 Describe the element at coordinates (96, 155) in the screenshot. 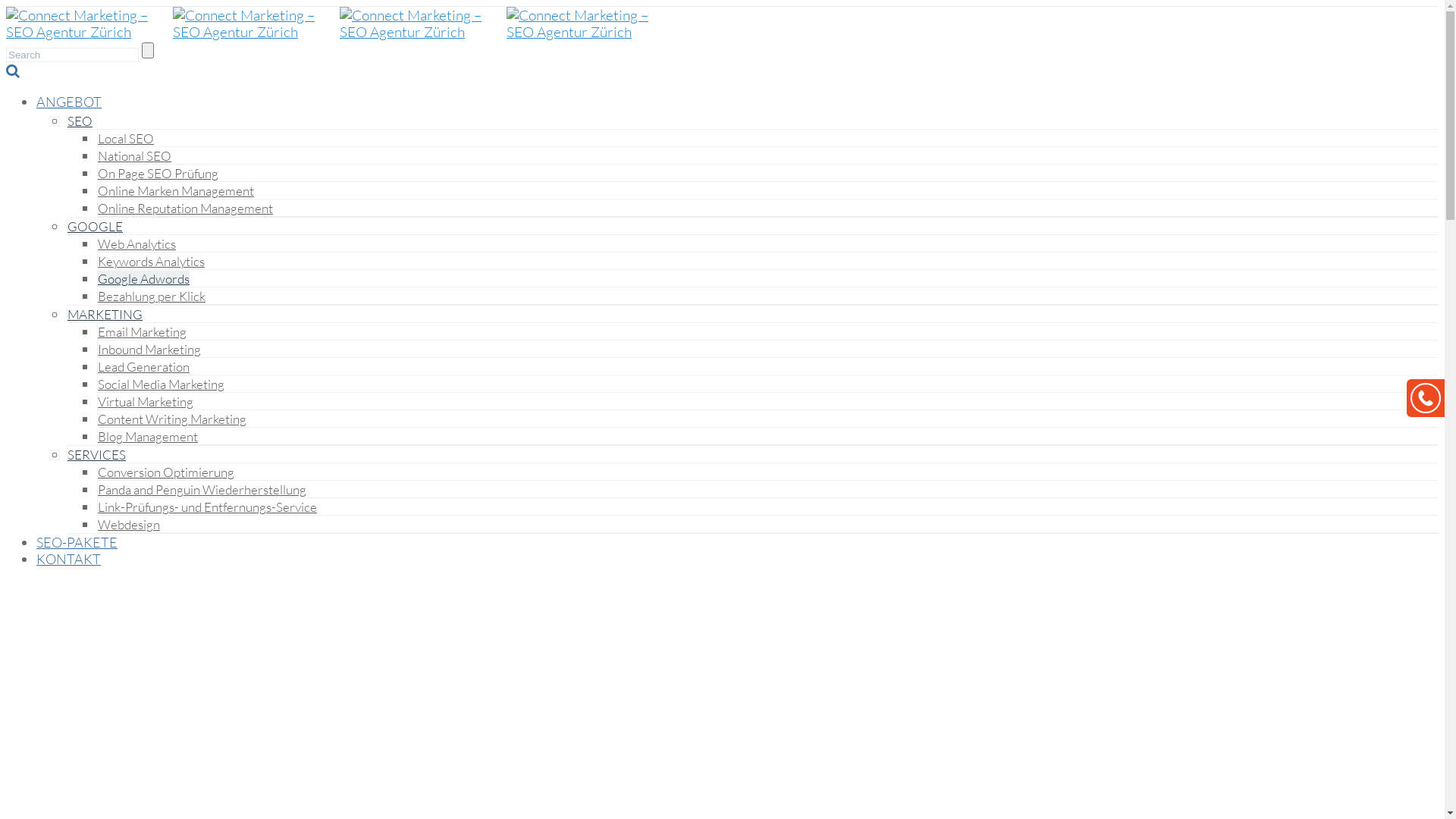

I see `'National SEO'` at that location.